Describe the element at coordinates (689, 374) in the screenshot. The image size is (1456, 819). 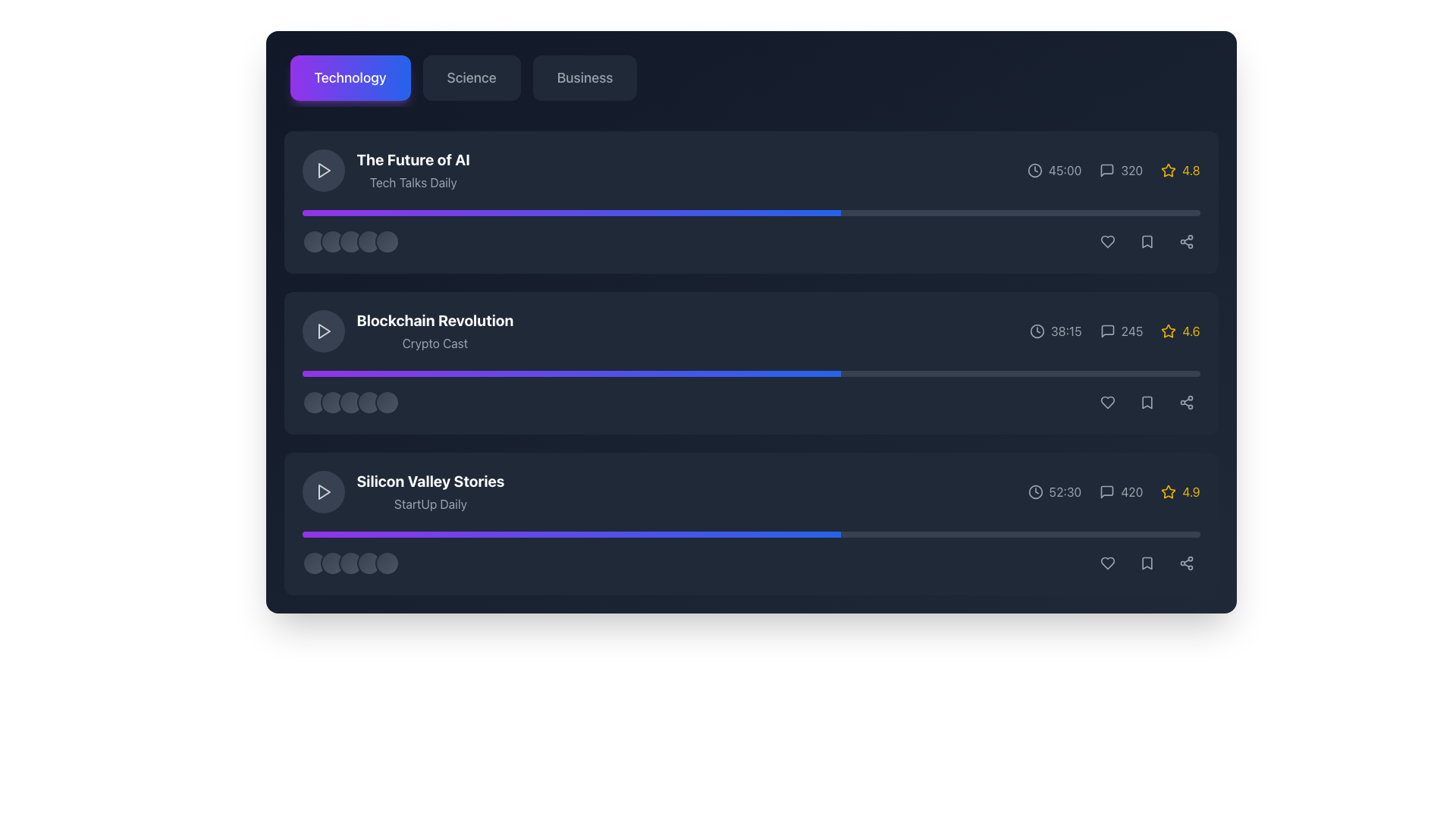
I see `progress` at that location.